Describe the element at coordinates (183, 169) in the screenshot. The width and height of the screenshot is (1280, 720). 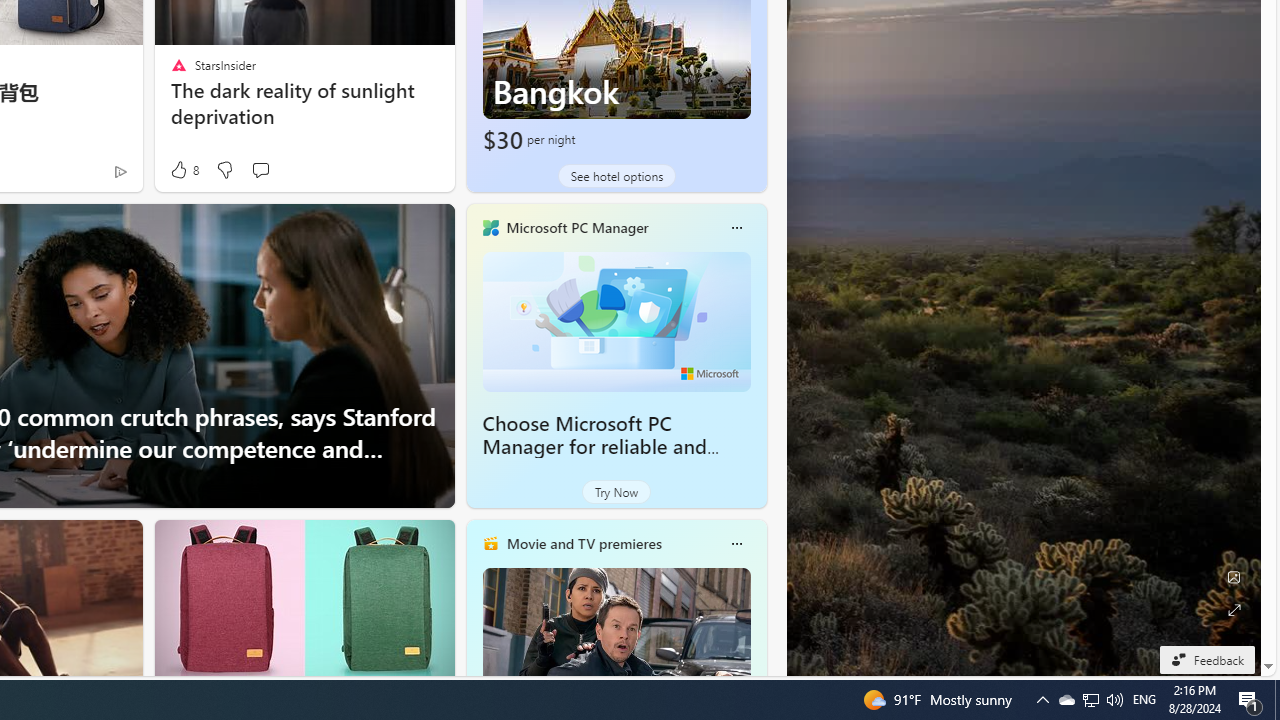
I see `'8 Like'` at that location.